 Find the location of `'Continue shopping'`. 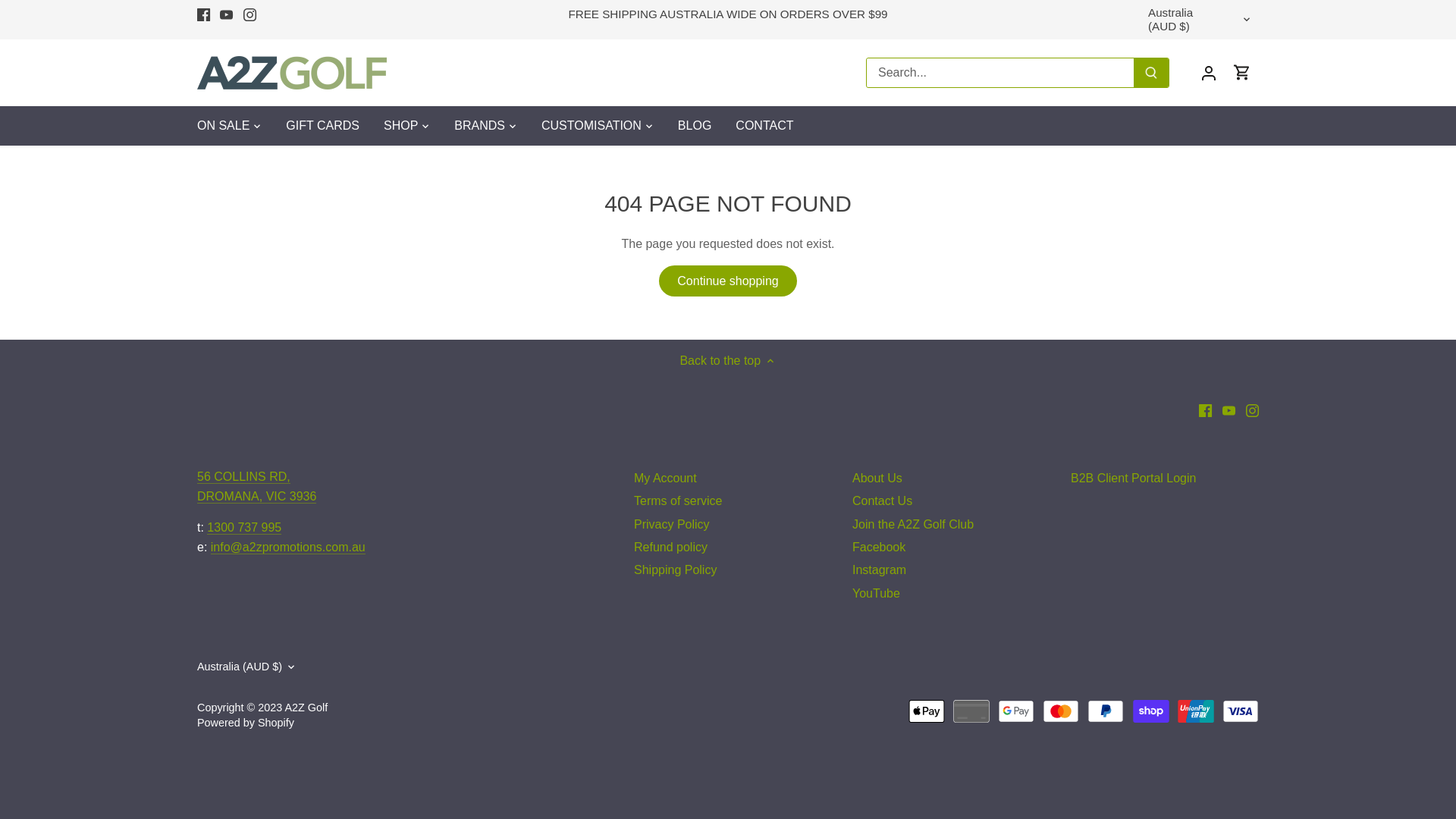

'Continue shopping' is located at coordinates (728, 281).